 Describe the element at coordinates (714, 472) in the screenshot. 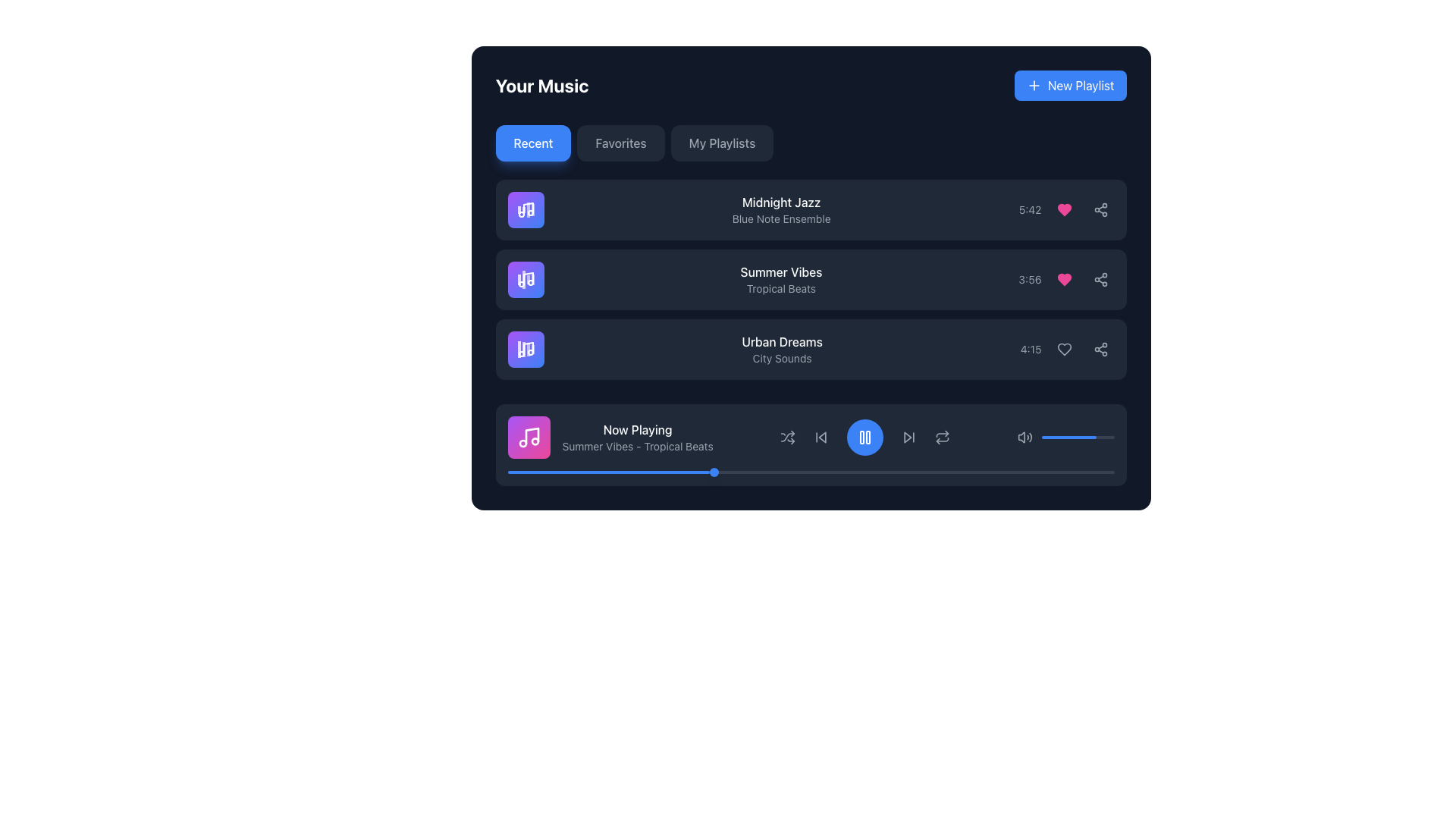

I see `the small blue circular marker on the progress bar` at that location.